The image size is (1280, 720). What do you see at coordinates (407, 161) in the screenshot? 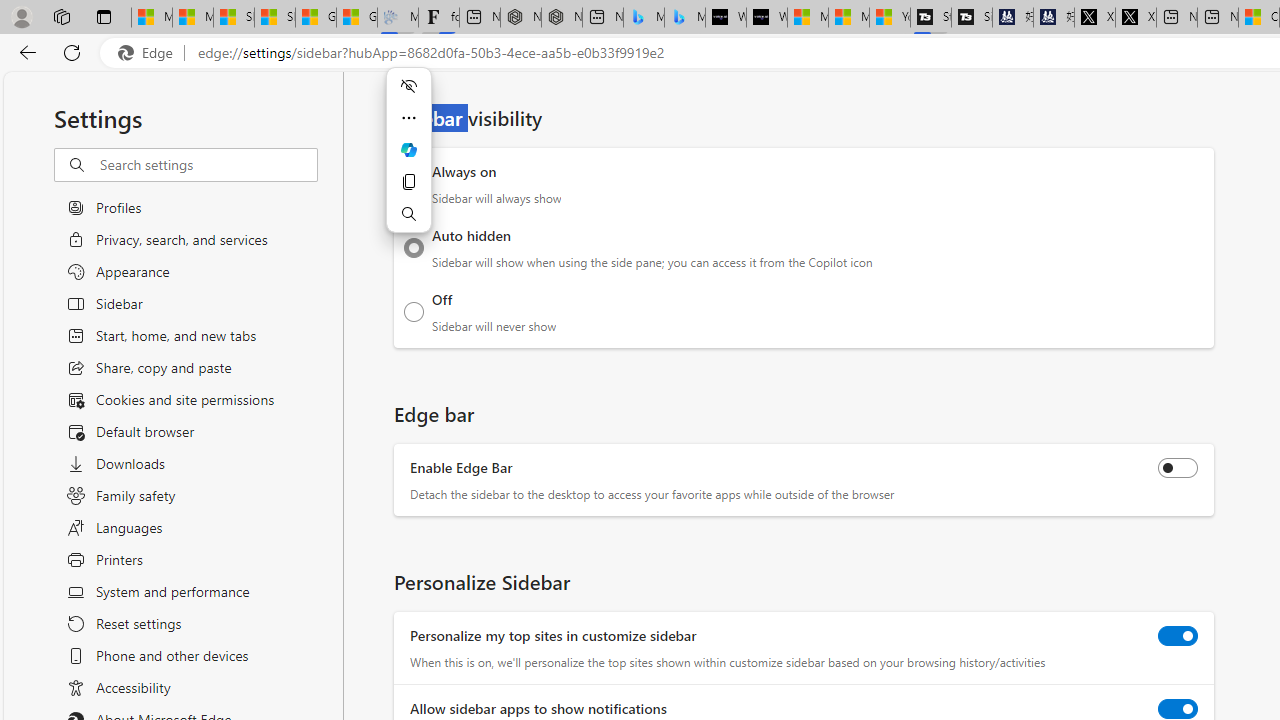
I see `'Mini menu on text selection'` at bounding box center [407, 161].